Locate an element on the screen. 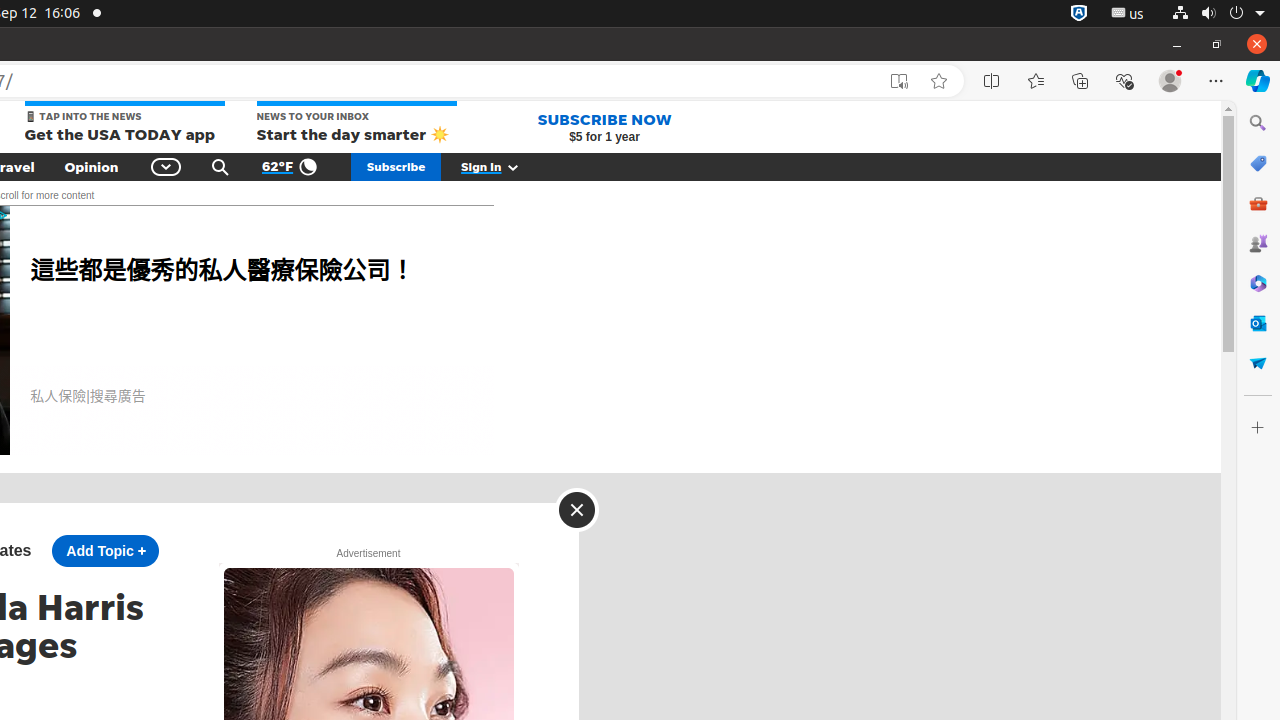 The height and width of the screenshot is (720, 1280). 'Global Navigation' is located at coordinates (166, 165).